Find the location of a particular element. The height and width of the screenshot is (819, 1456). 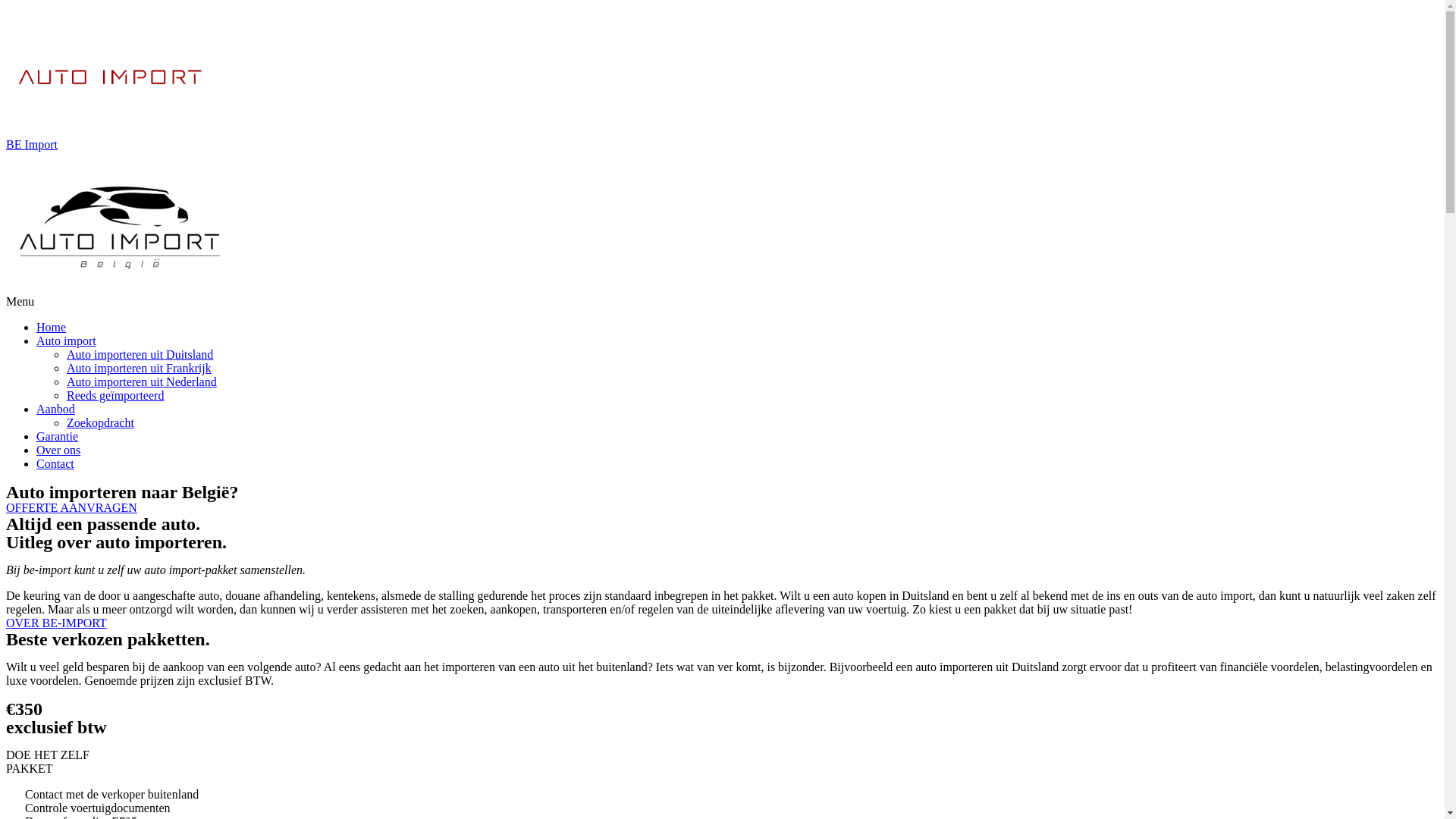

'Auto importeren uit Duitsland' is located at coordinates (65, 354).